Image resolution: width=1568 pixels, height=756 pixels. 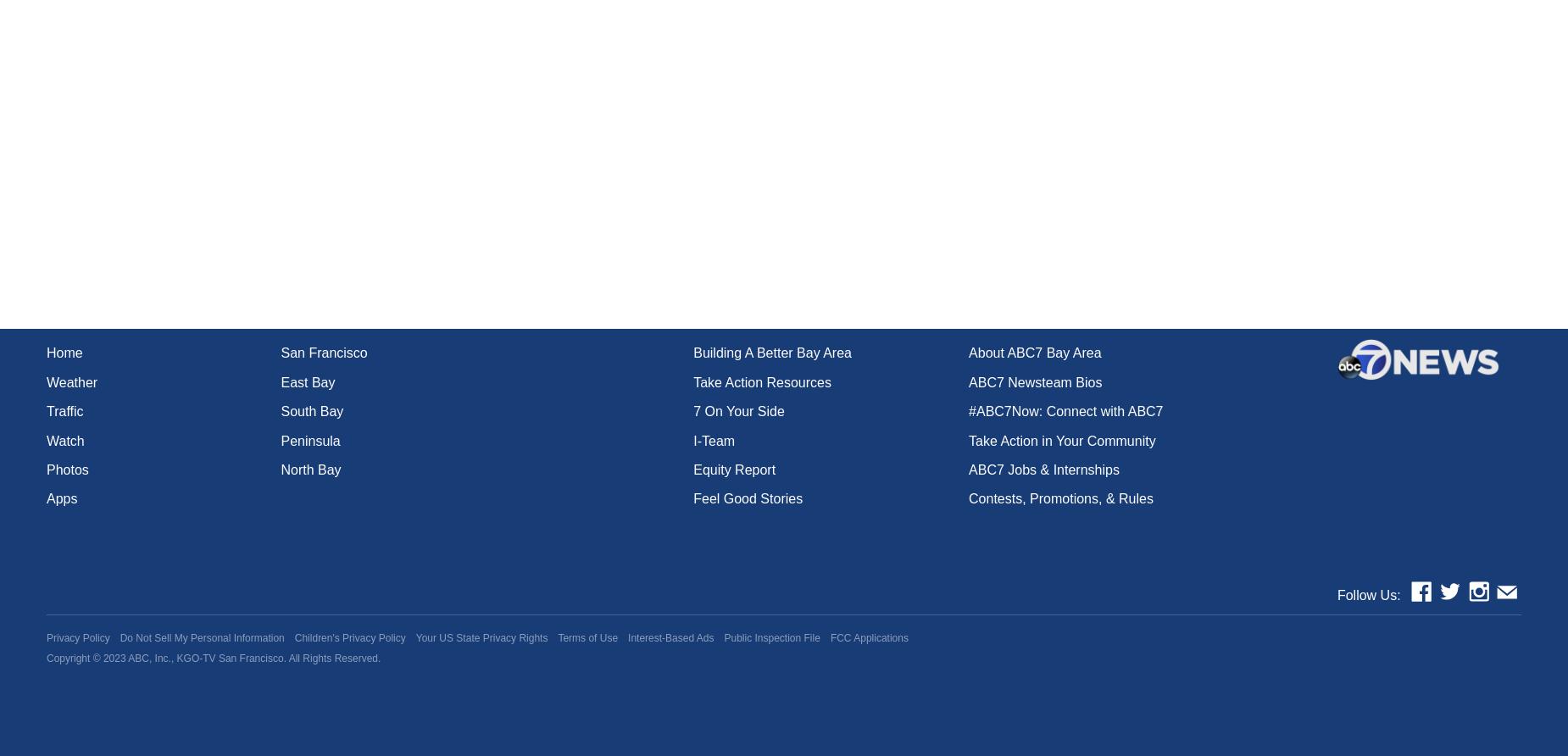 I want to click on 'Terms of Use', so click(x=587, y=638).